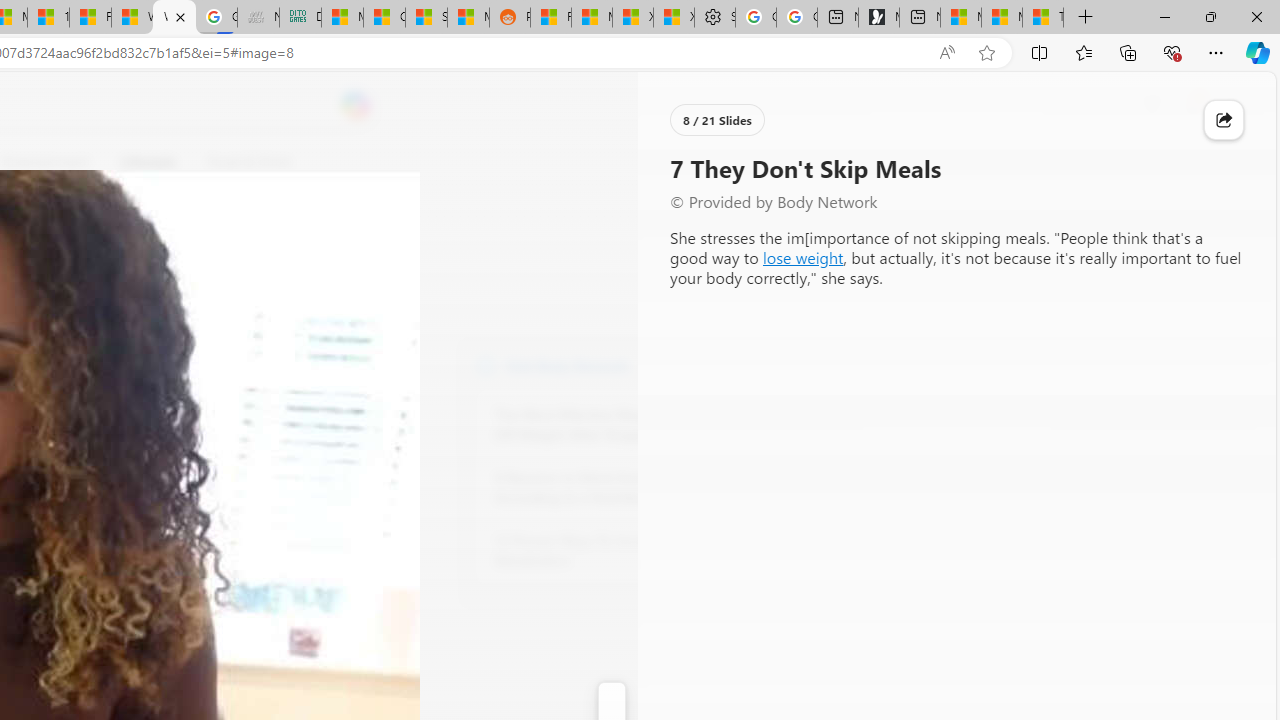 Image resolution: width=1280 pixels, height=720 pixels. I want to click on 'MSNBC - MSN', so click(343, 17).